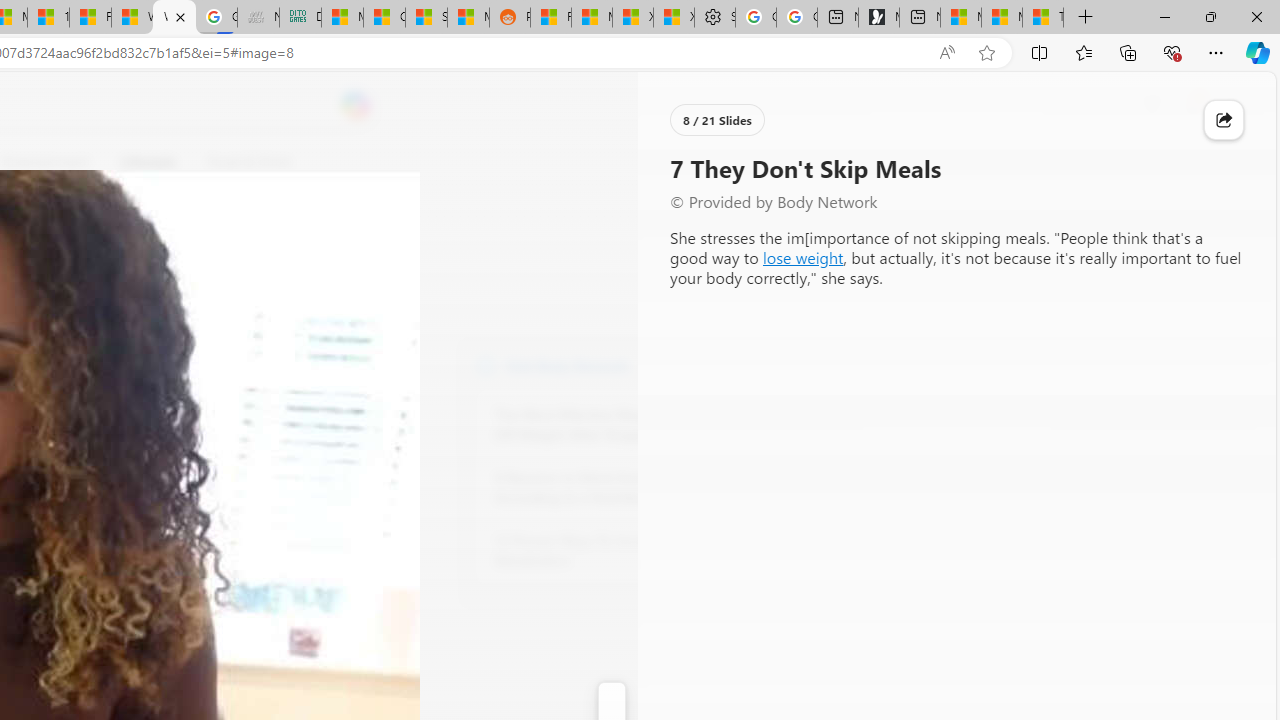 Image resolution: width=1280 pixels, height=720 pixels. I want to click on 'MSNBC - MSN', so click(343, 17).